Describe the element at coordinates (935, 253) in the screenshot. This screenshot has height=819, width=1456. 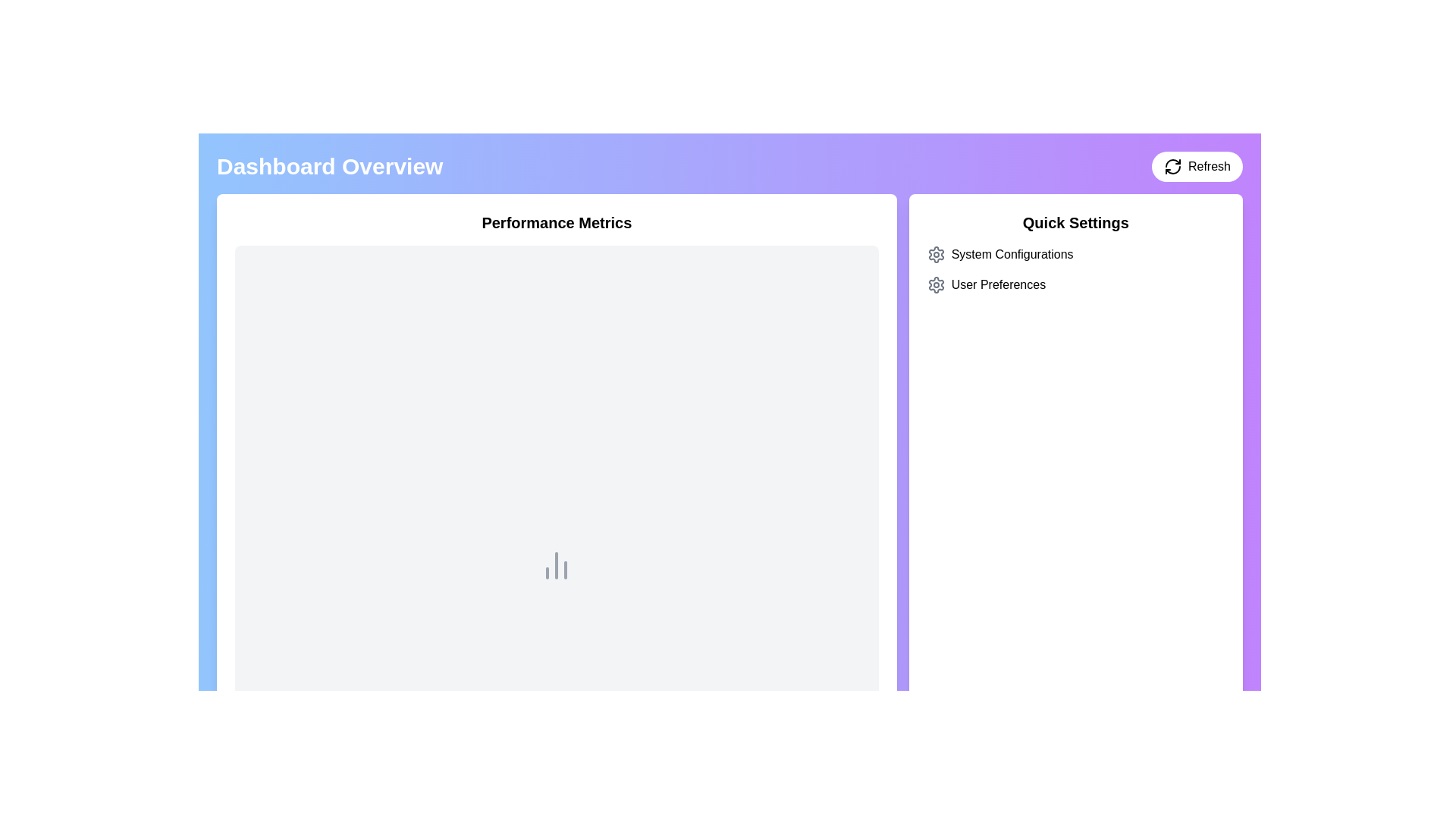
I see `the gear-shaped icon representing the settings option in the Quick Settings panel, located to the left of 'User Preferences'` at that location.